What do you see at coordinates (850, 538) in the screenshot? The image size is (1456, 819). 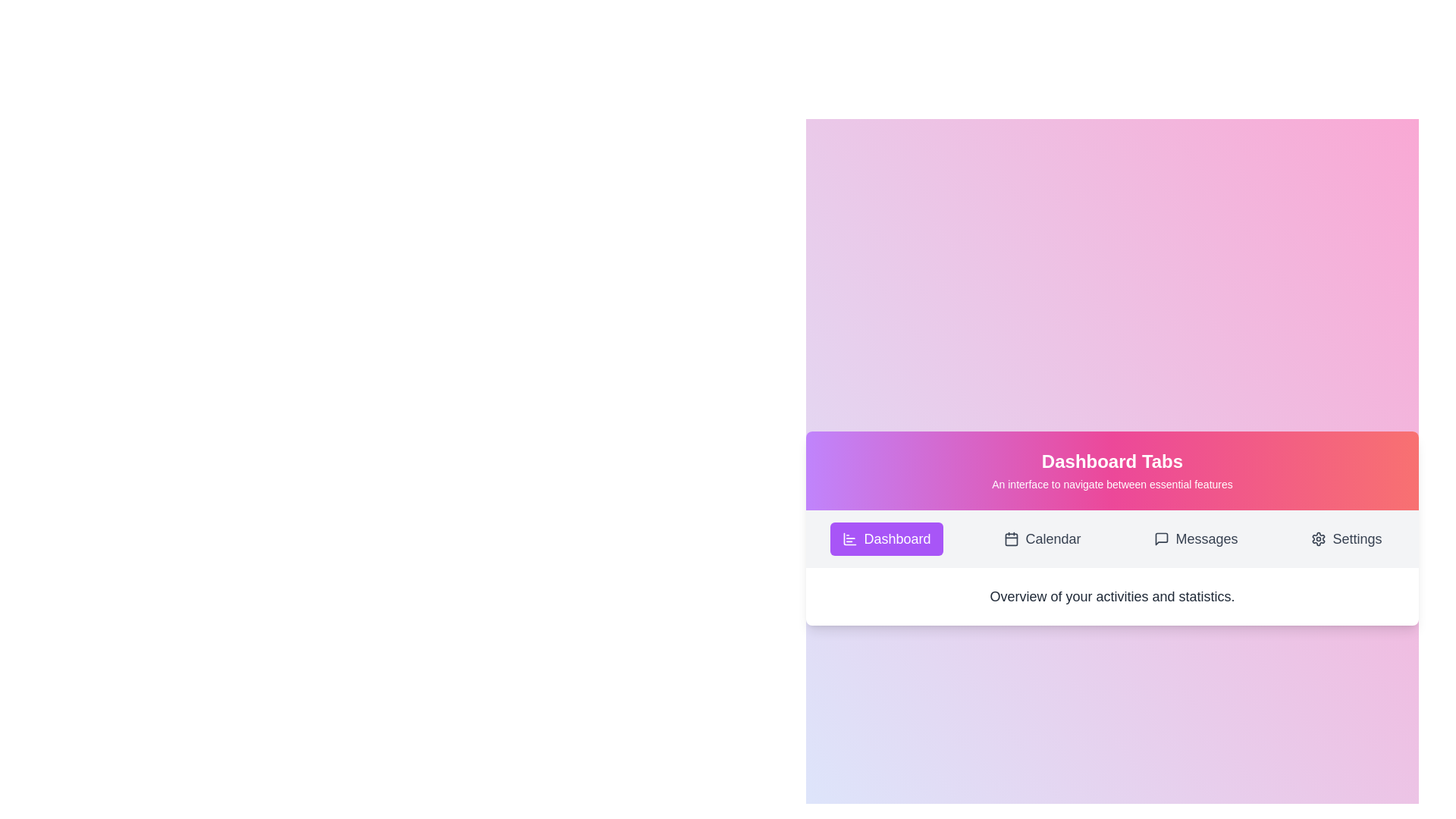 I see `the 'Dashboard' icon located at the leftmost position of the 'Dashboard' button in the tab navigation bar` at bounding box center [850, 538].